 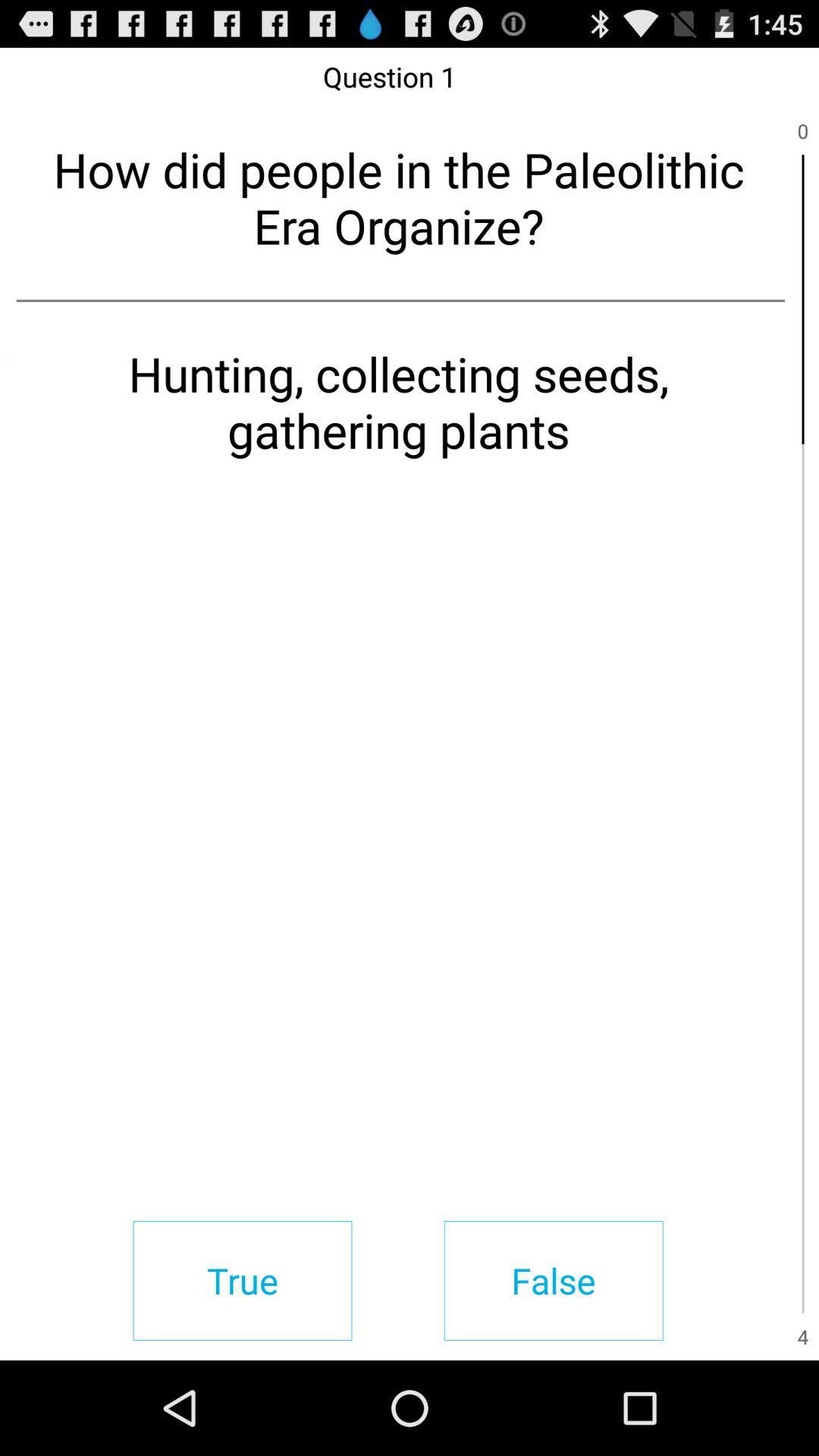 I want to click on the icon next to false, so click(x=241, y=1280).